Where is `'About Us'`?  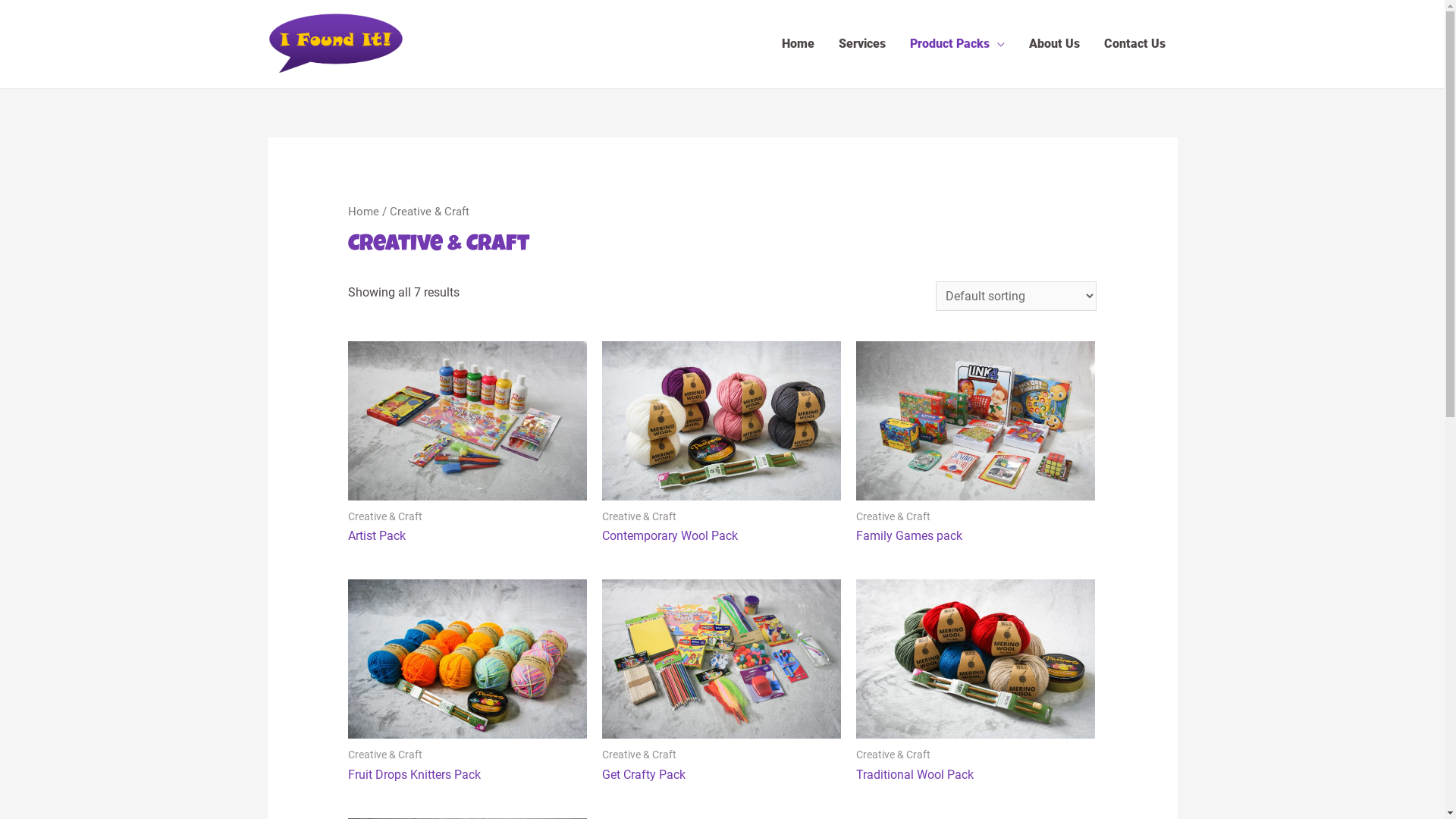
'About Us' is located at coordinates (1015, 42).